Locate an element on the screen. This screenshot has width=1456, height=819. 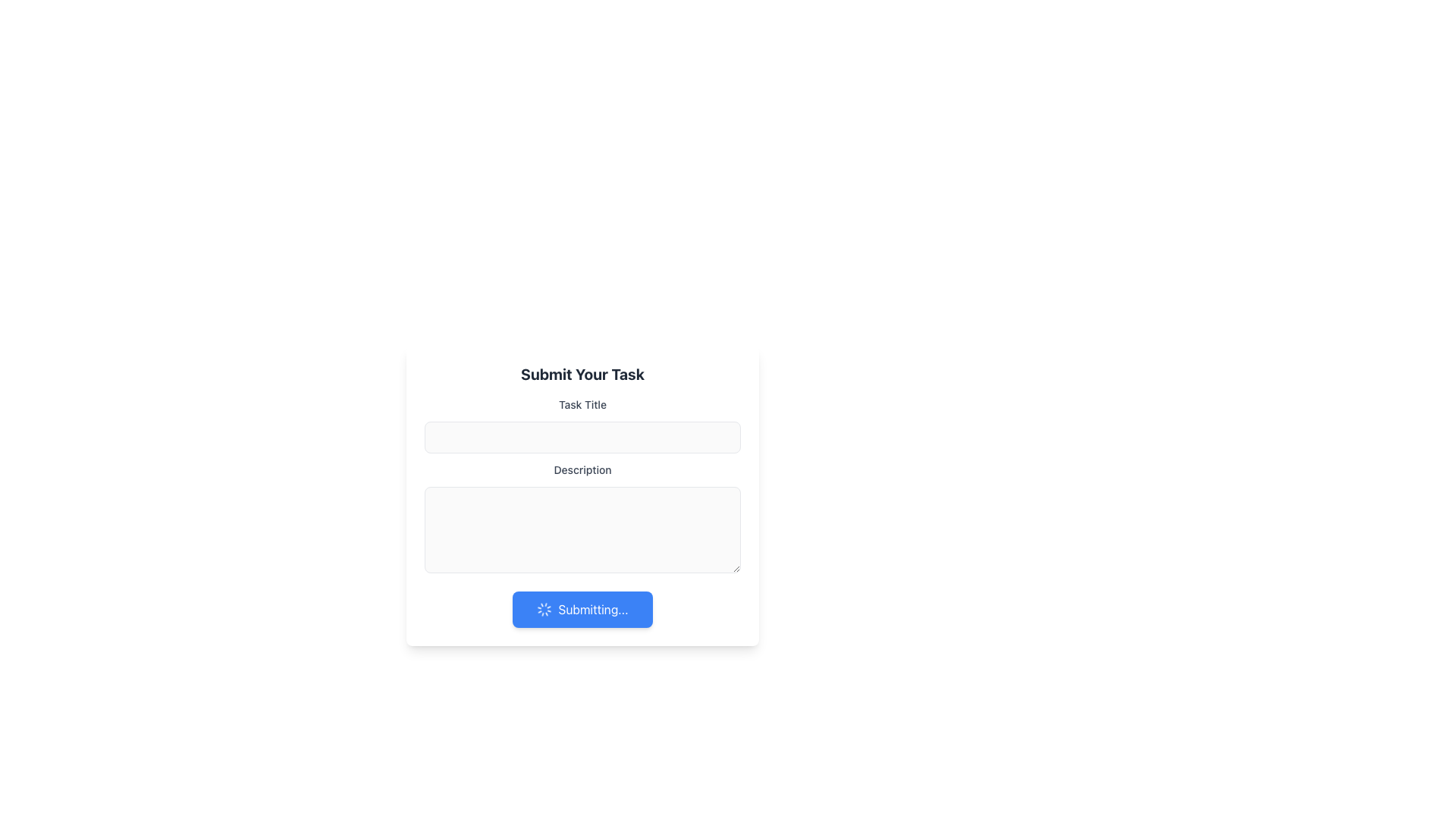
the blue button with rounded corners and white text that reads 'Submitting...' which is positioned at the bottom of the form is located at coordinates (582, 608).